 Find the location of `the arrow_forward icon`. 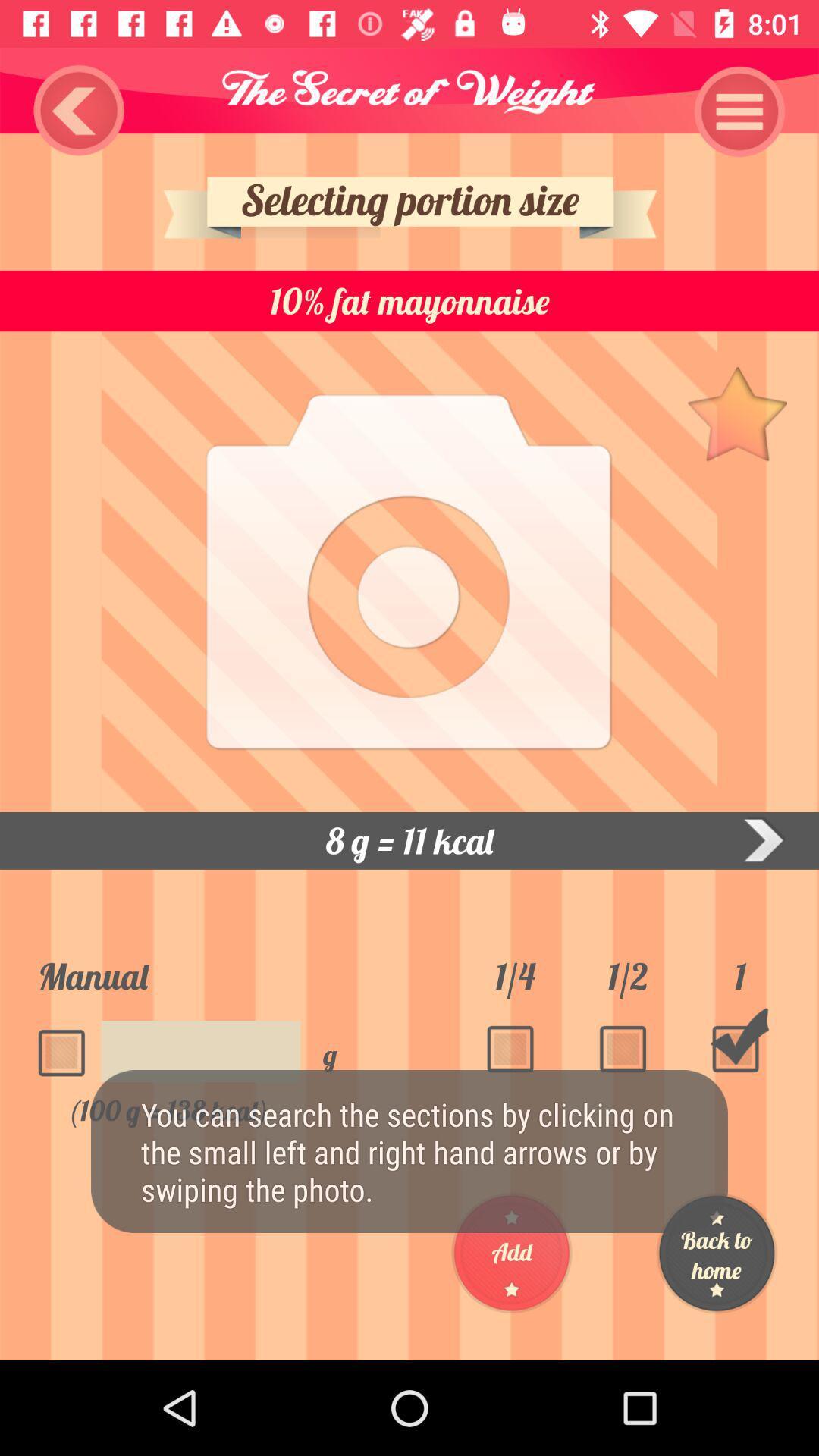

the arrow_forward icon is located at coordinates (763, 839).